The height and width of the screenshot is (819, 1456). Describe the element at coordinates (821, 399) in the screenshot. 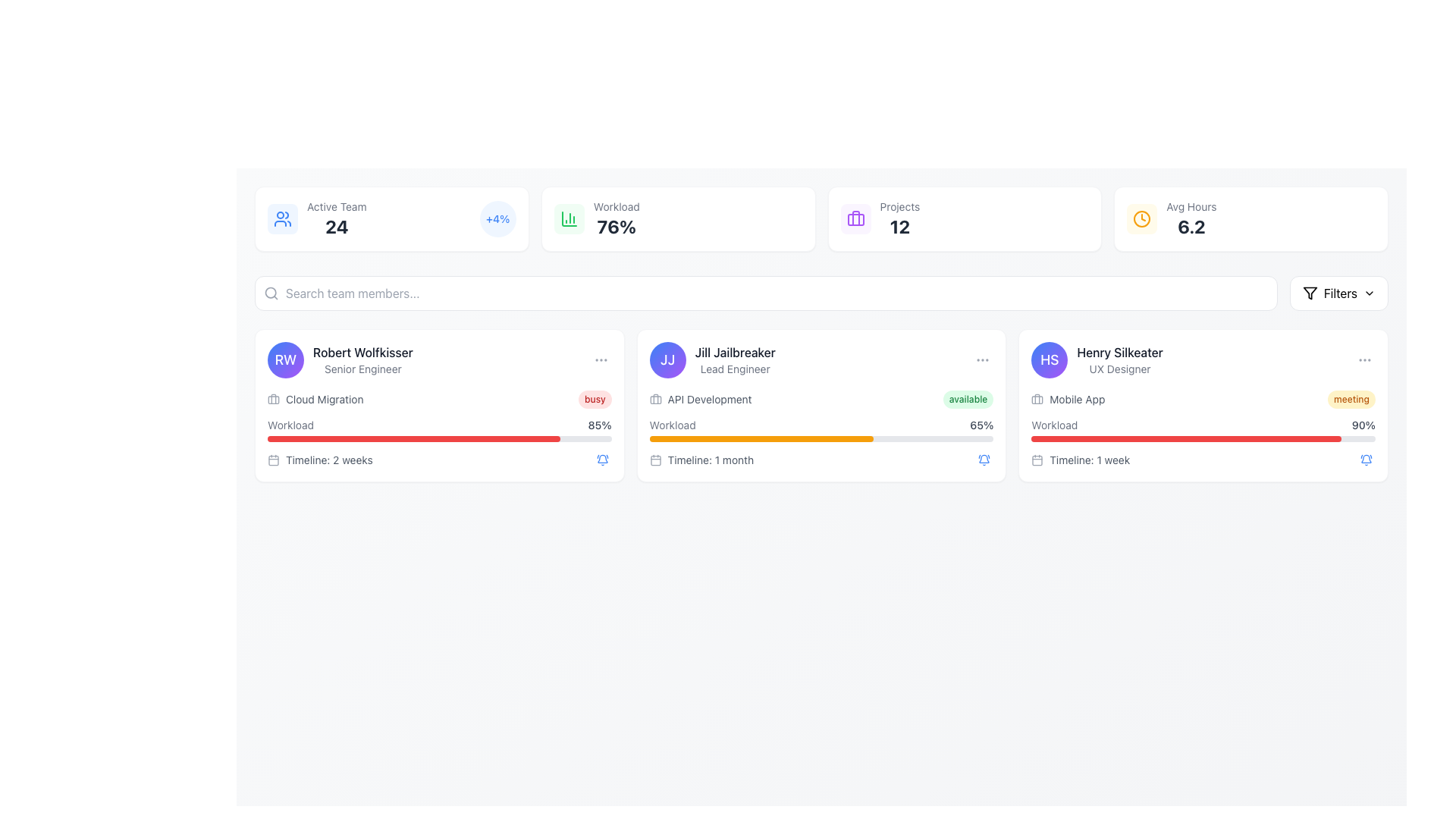

I see `the Informational section that displays the current project 'API Development' and its status 'available', located within Jill Jailbreaker's card, to interact with adjacent elements` at that location.